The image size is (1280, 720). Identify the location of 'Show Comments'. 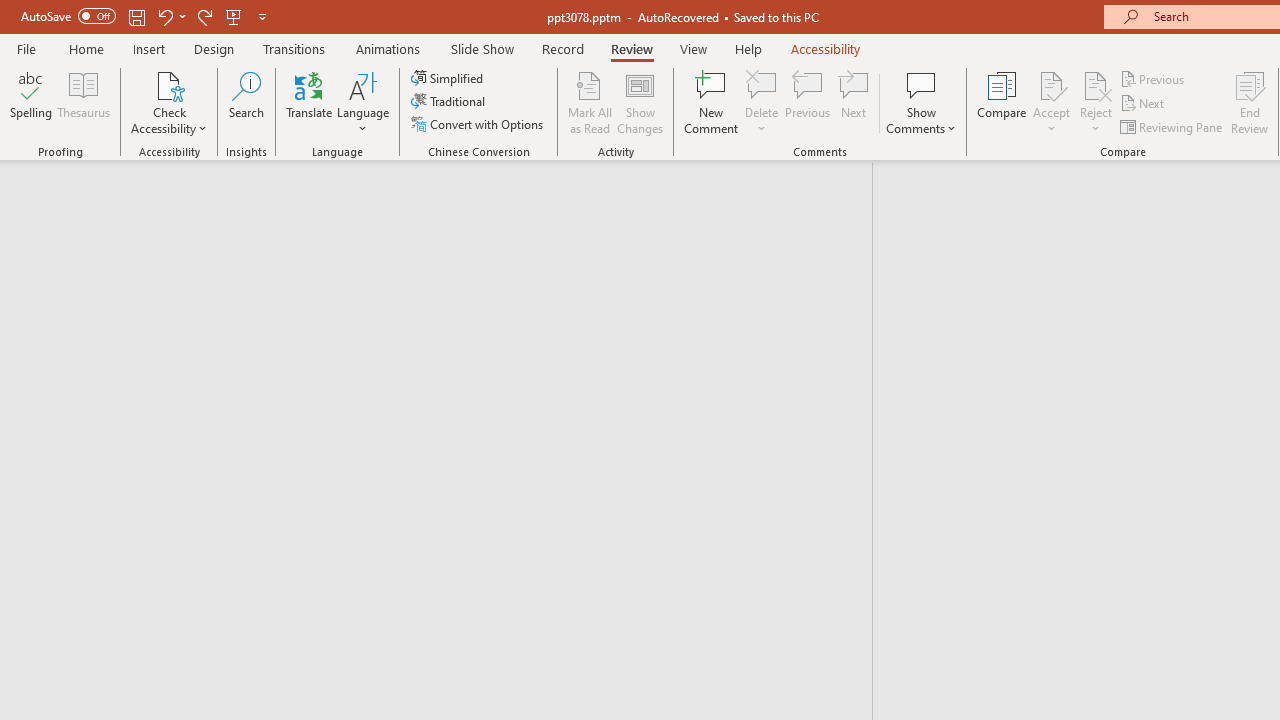
(920, 84).